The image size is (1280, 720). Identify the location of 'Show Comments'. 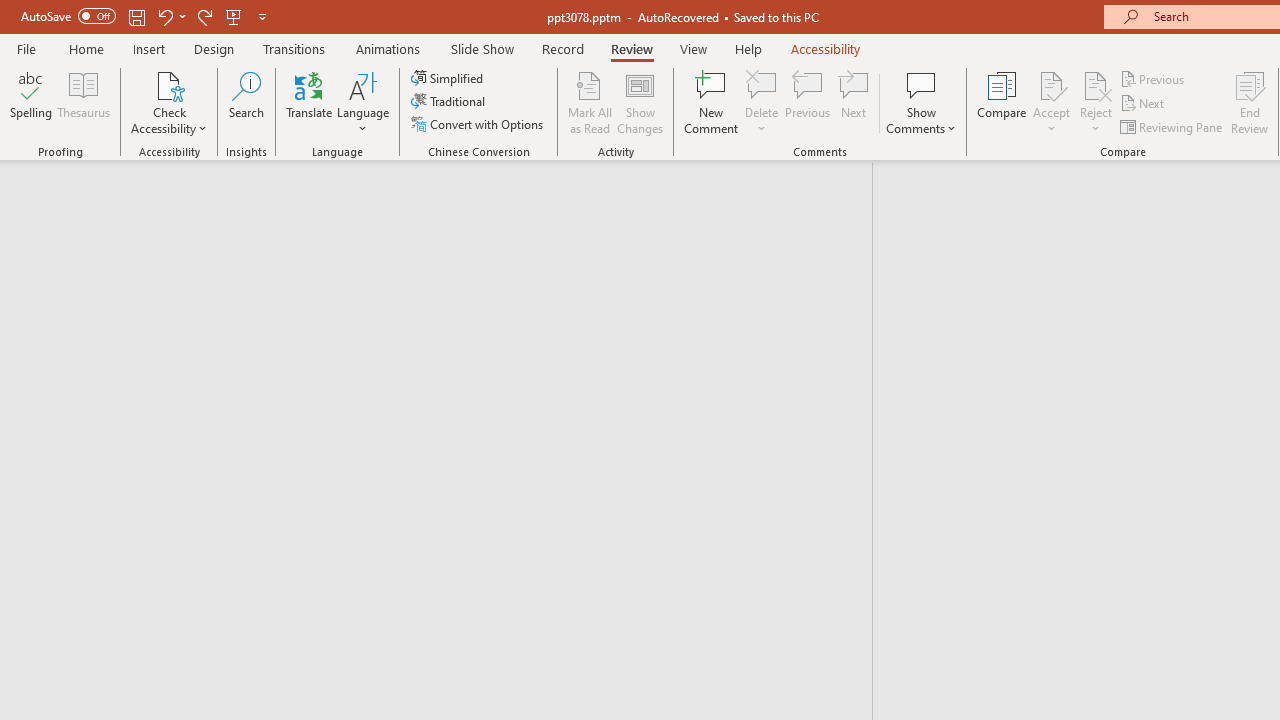
(920, 84).